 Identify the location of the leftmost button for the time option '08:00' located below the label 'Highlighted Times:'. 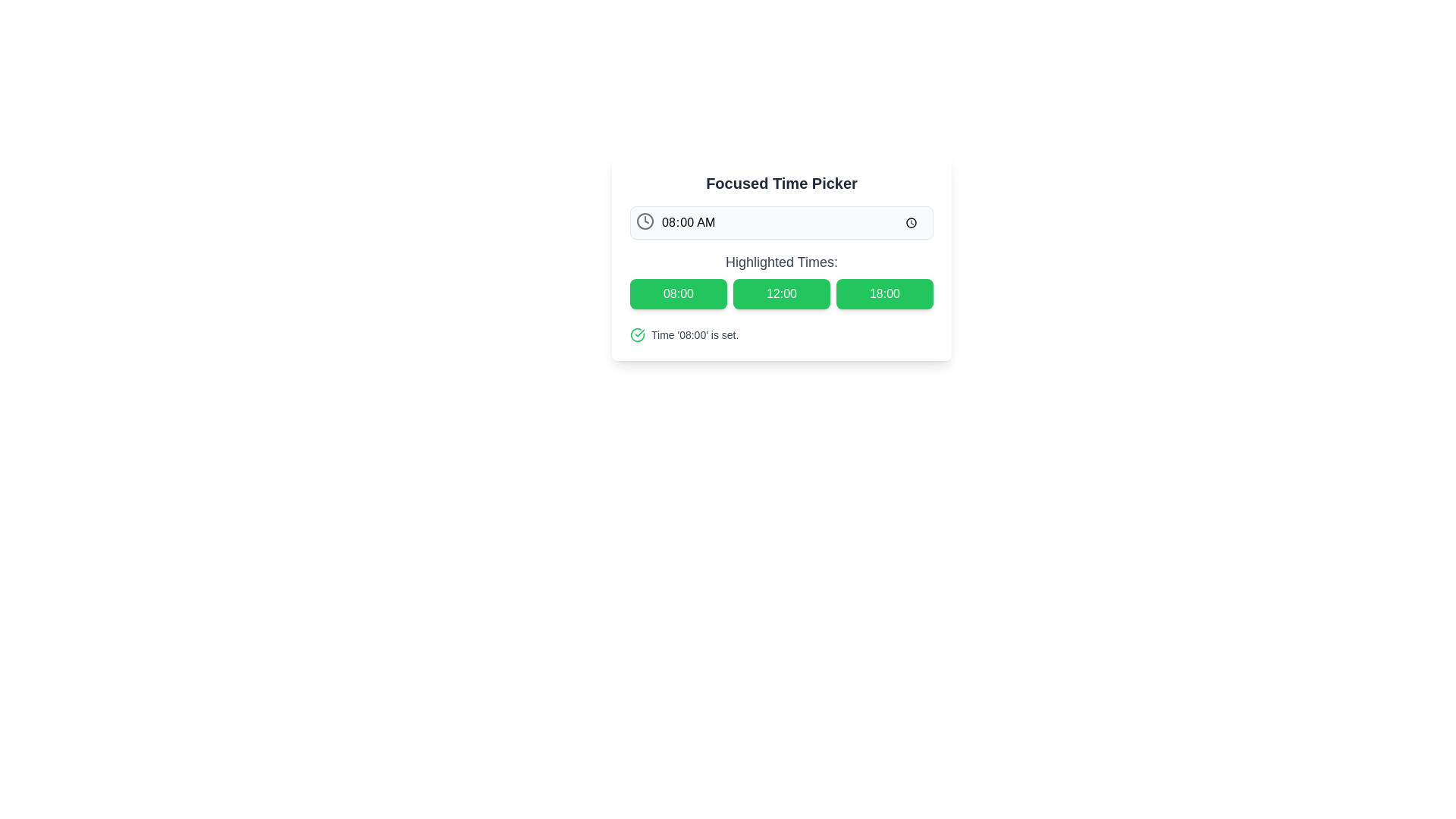
(677, 294).